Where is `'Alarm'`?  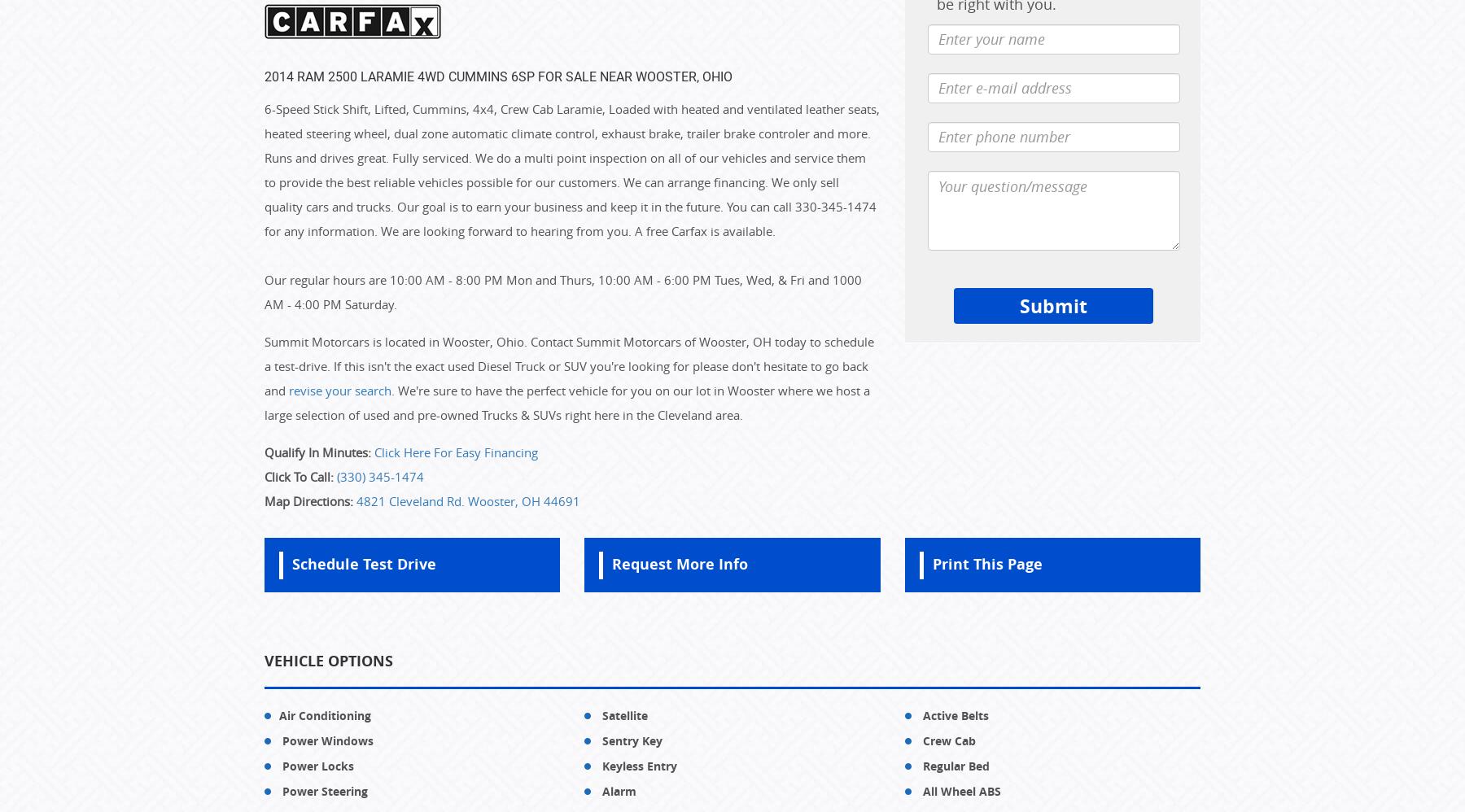 'Alarm' is located at coordinates (598, 789).